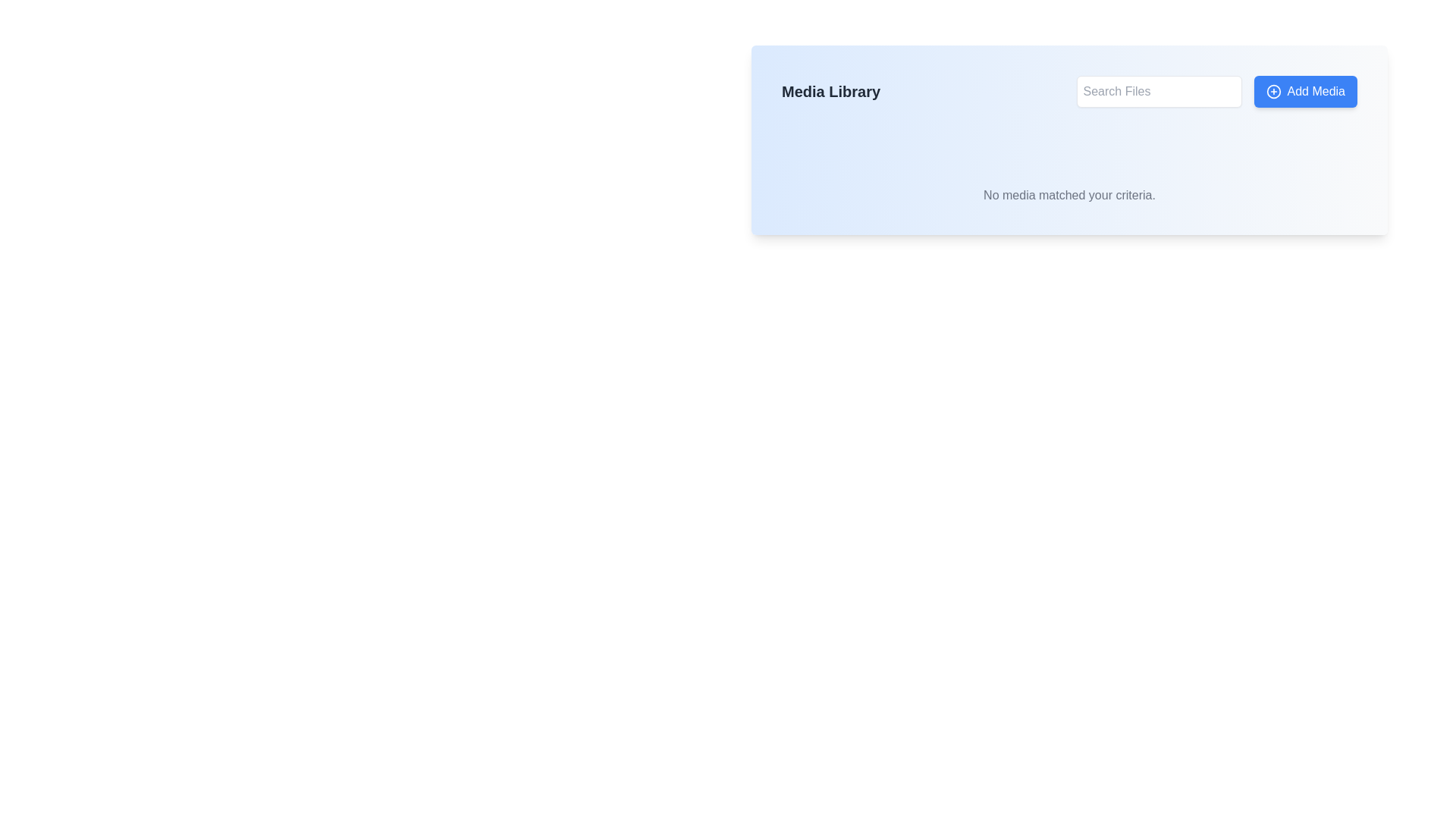 The width and height of the screenshot is (1456, 819). What do you see at coordinates (1273, 91) in the screenshot?
I see `the SVG graphic icon, which is a circular shape with a cross, located in the top-right section of the modal dialog as part of the 'Add Media' button` at bounding box center [1273, 91].